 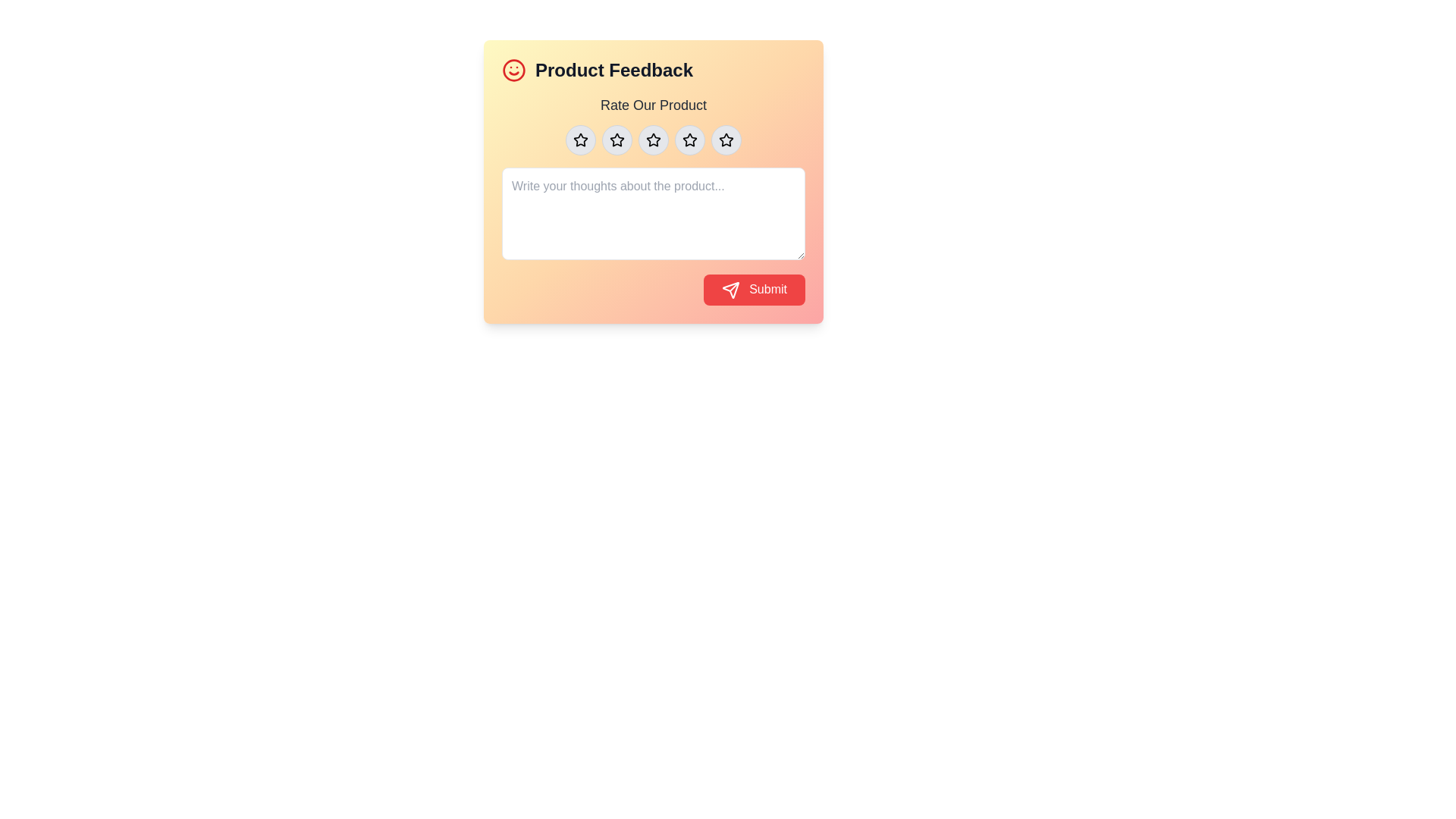 I want to click on the fourth star icon in the horizontal arrangement under the text 'Rate Our Product', so click(x=689, y=140).